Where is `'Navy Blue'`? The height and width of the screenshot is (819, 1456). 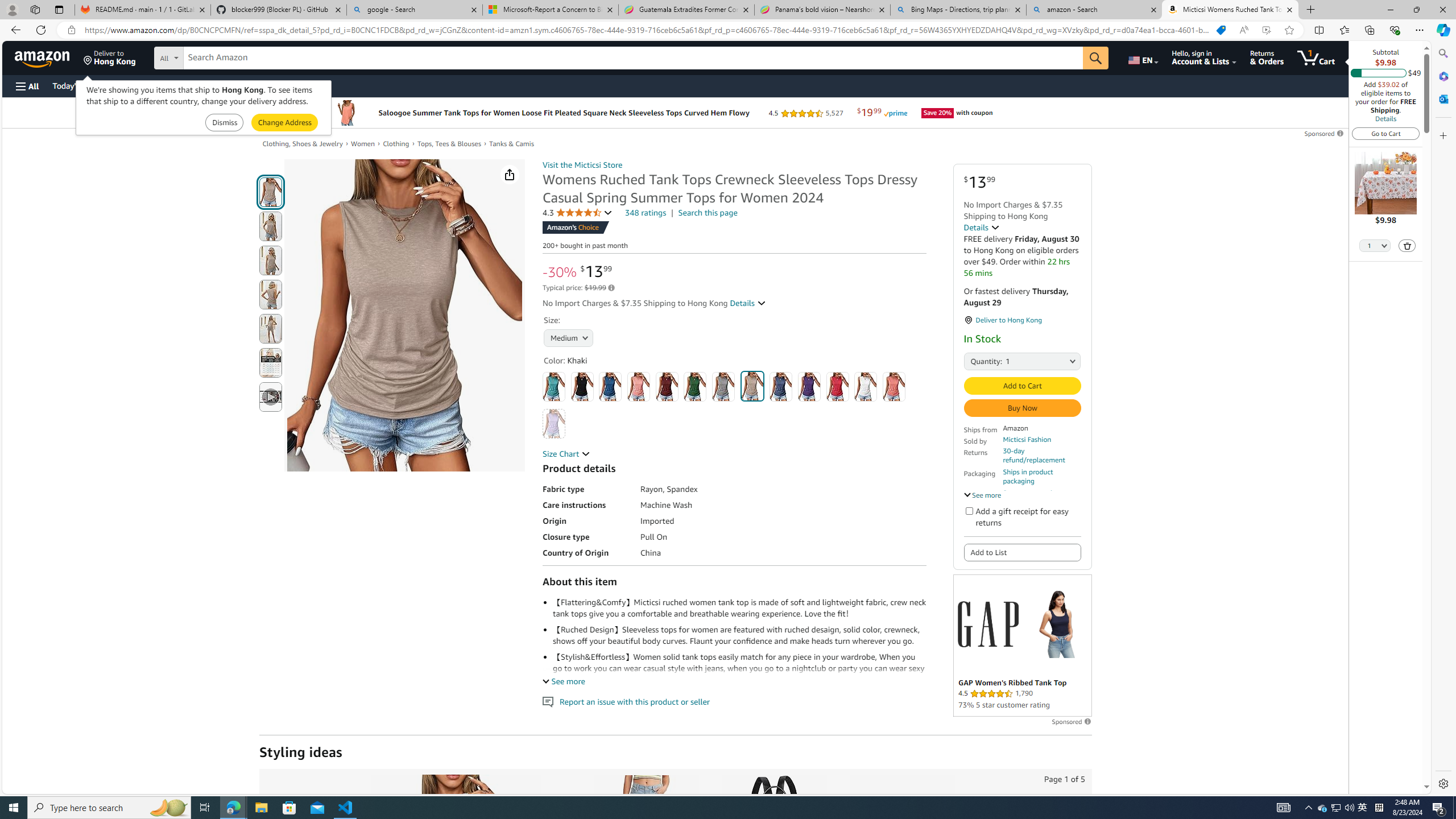 'Navy Blue' is located at coordinates (781, 386).